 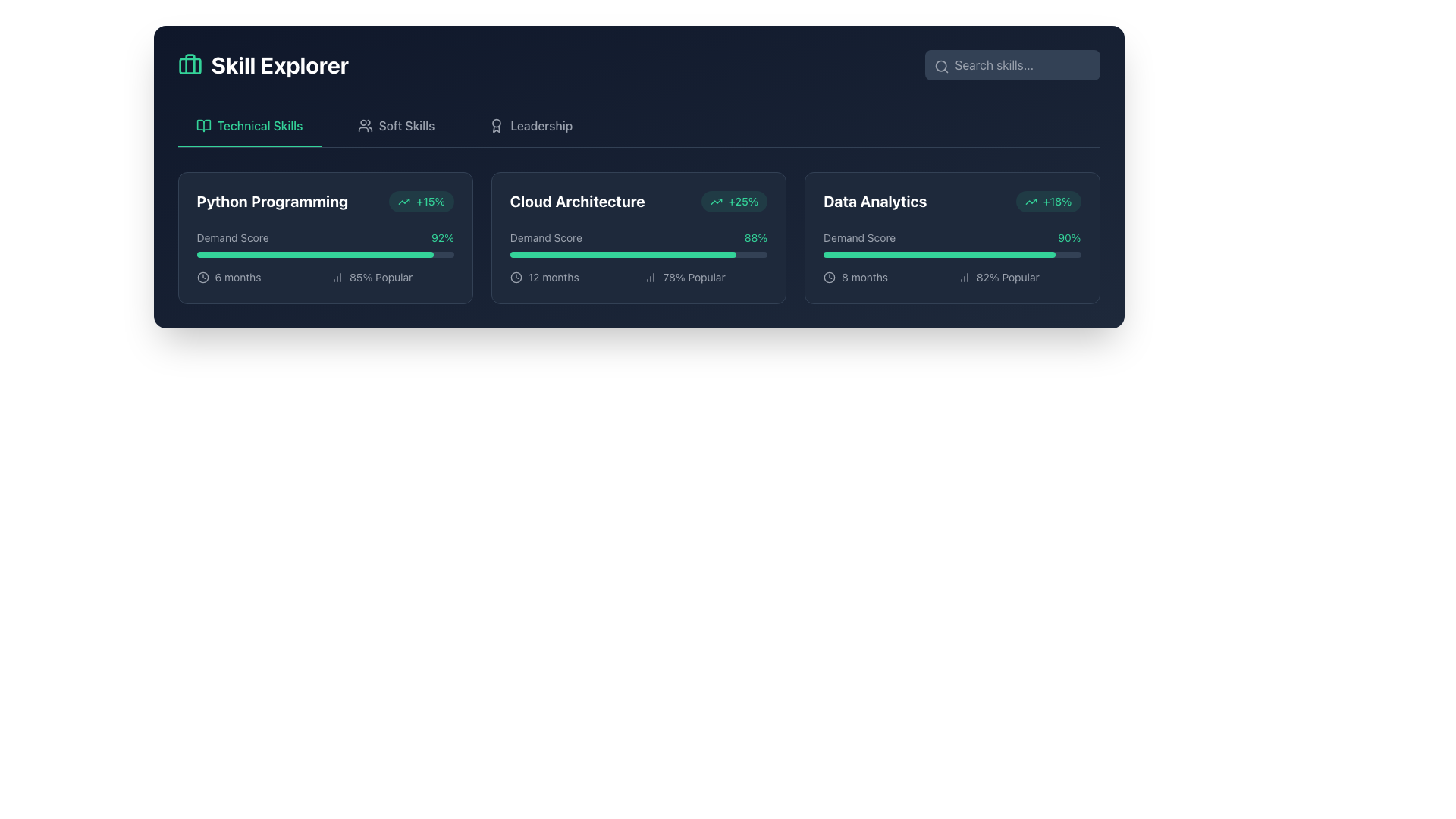 What do you see at coordinates (202, 278) in the screenshot?
I see `the clock icon, which is a minimalist circle with clock hands, located to the left of the text '6 months' within the 'Python Programming' card on the dashboard` at bounding box center [202, 278].